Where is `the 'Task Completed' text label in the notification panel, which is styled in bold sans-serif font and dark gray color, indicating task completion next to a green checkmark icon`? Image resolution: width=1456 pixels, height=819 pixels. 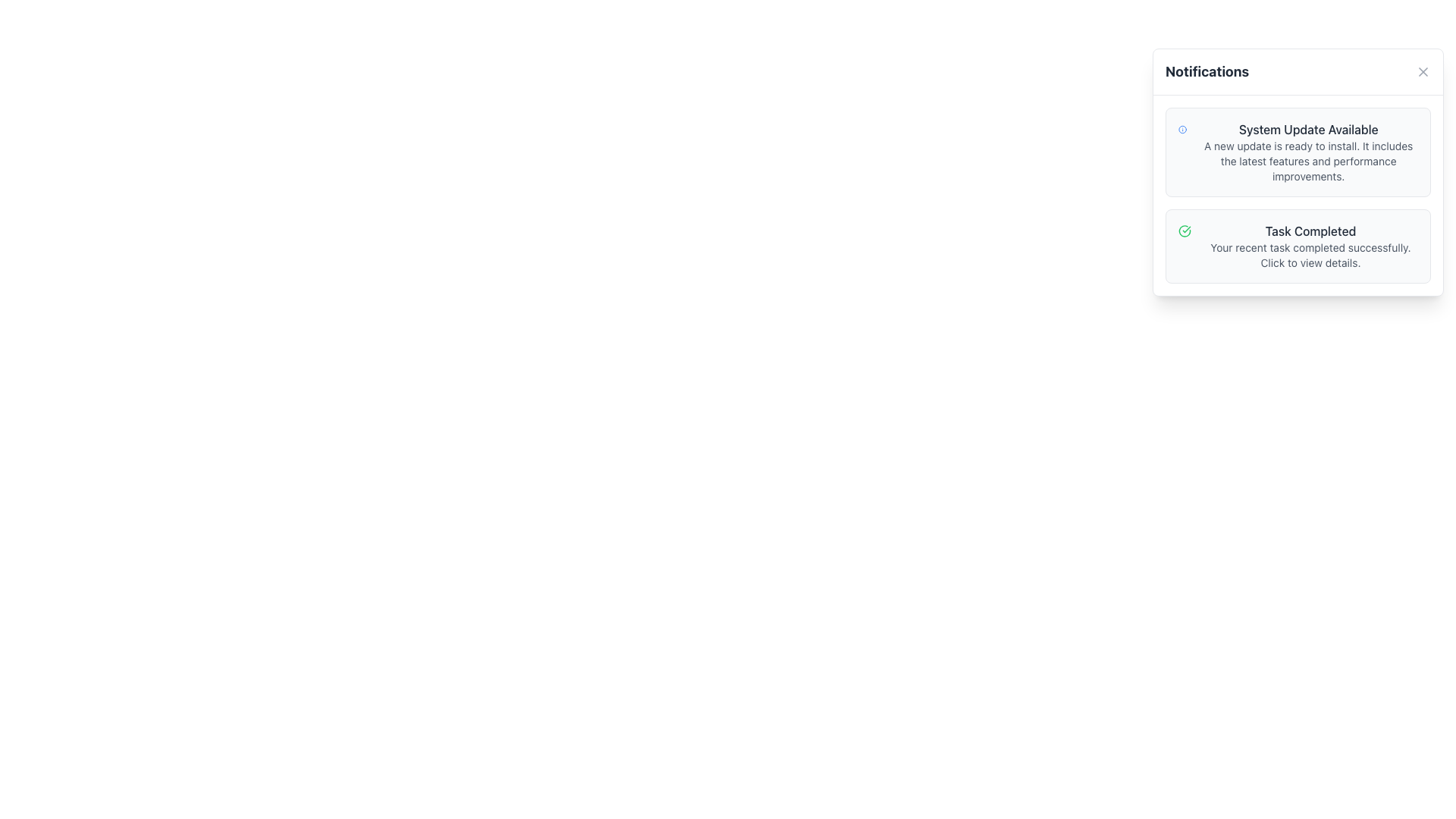
the 'Task Completed' text label in the notification panel, which is styled in bold sans-serif font and dark gray color, indicating task completion next to a green checkmark icon is located at coordinates (1310, 231).